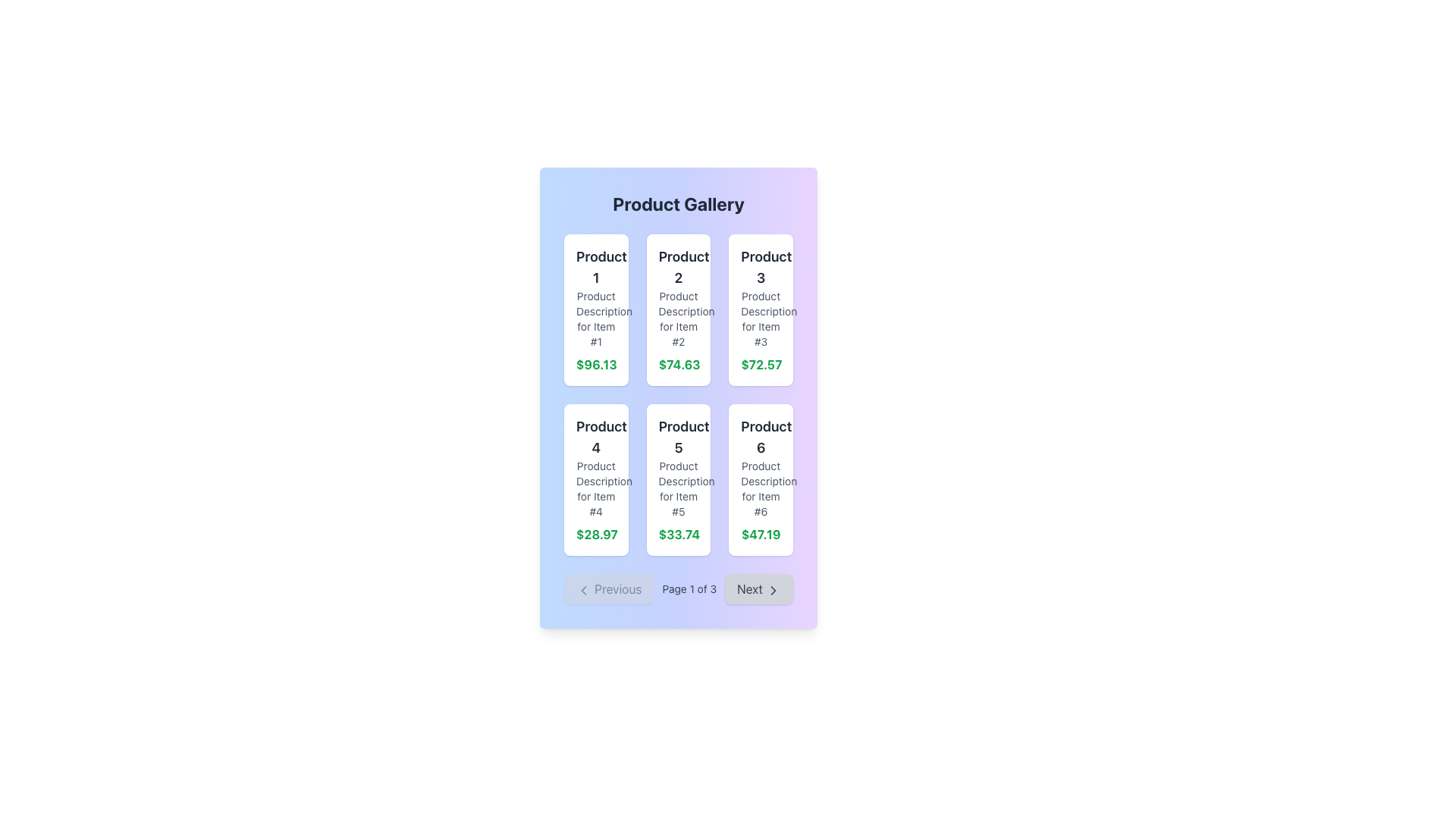 The height and width of the screenshot is (819, 1456). I want to click on the button located in the bottom left of the horizontal control group, so click(609, 588).